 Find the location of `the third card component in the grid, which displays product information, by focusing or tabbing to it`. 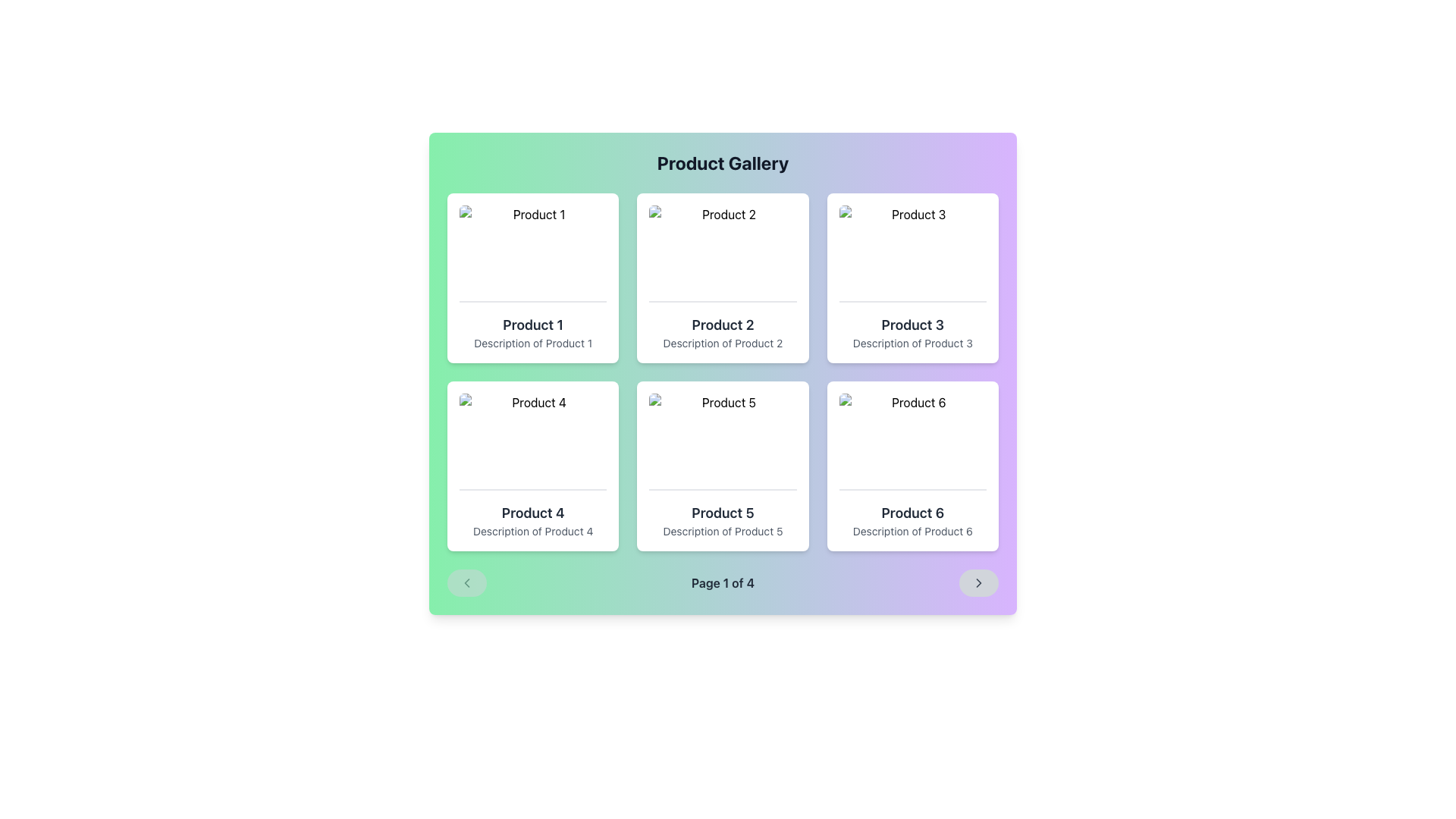

the third card component in the grid, which displays product information, by focusing or tabbing to it is located at coordinates (912, 278).